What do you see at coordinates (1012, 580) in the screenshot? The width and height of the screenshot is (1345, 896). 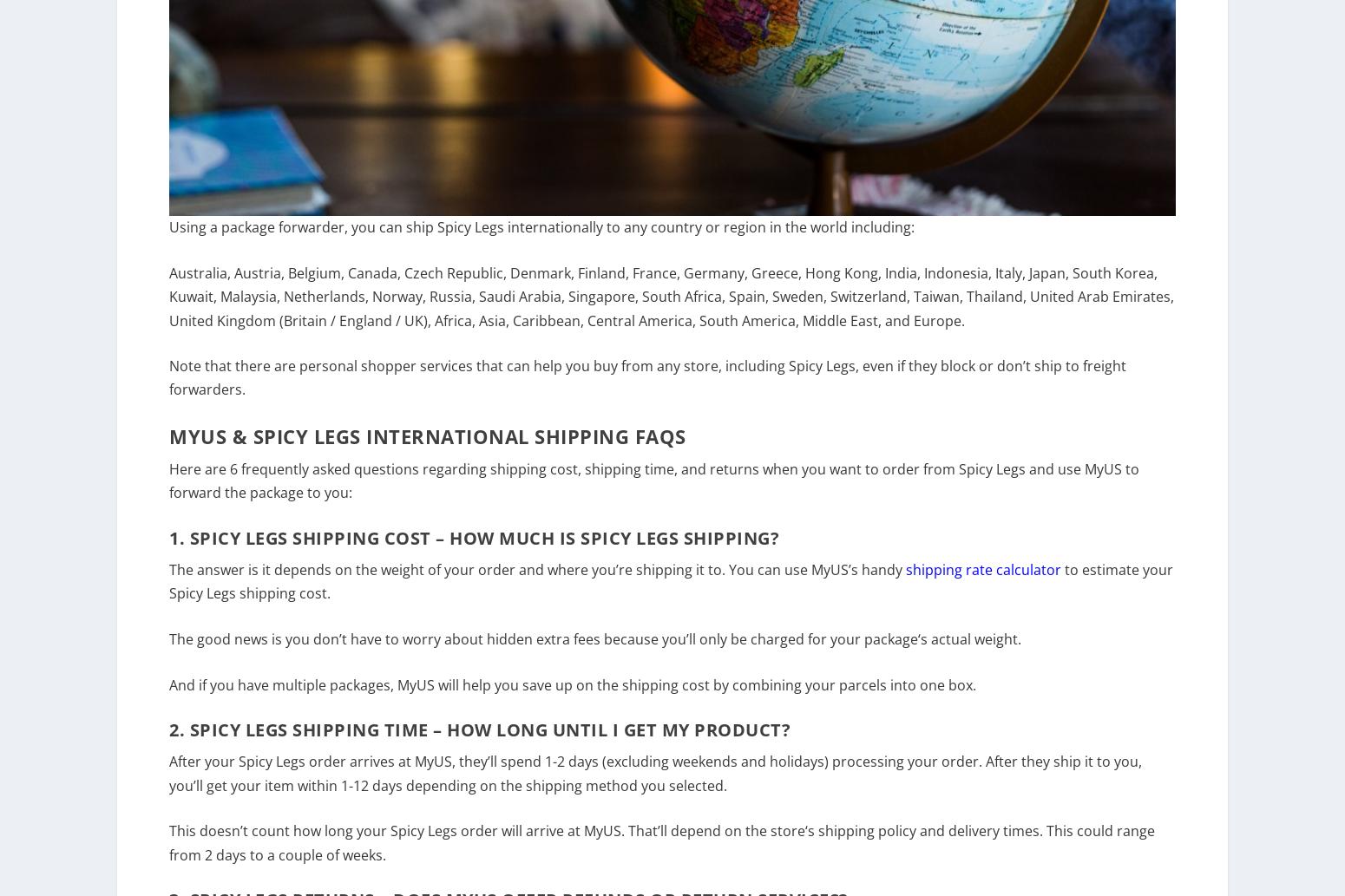 I see `'rate calculator'` at bounding box center [1012, 580].